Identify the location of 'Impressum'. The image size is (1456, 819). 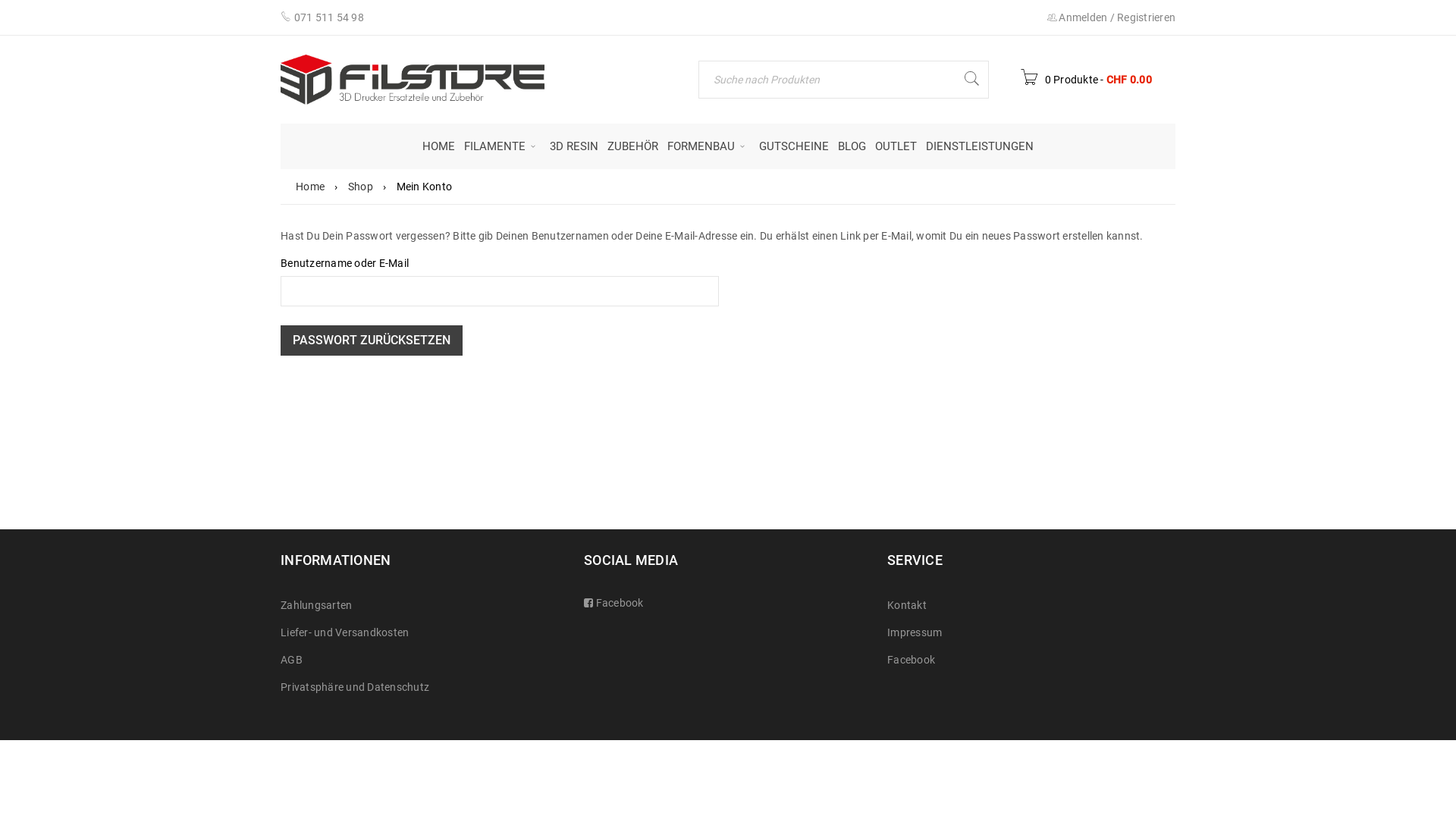
(913, 632).